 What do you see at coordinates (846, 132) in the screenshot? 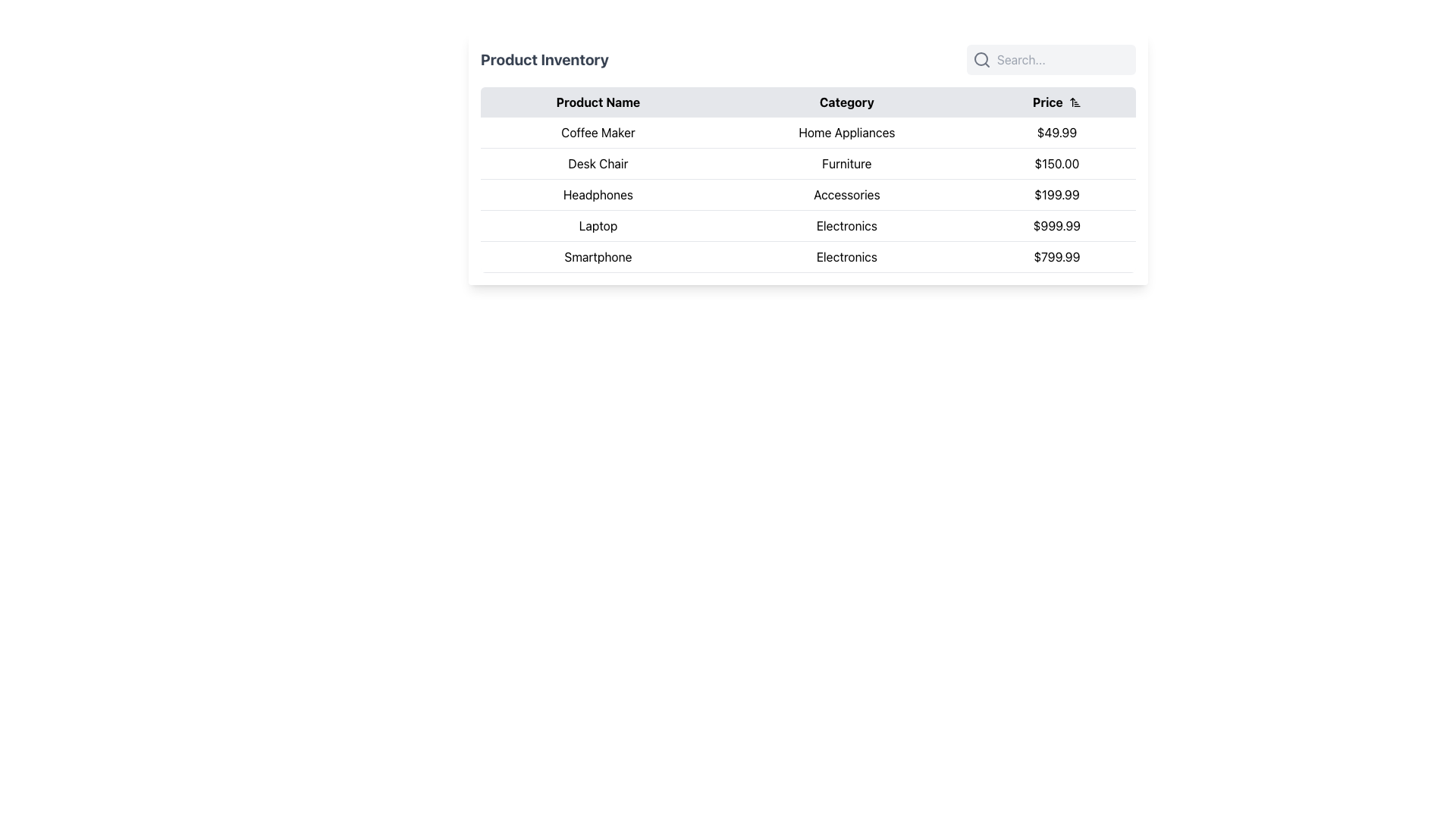
I see `the text label displaying the category 'Coffee Maker' in the table row, which is positioned between the product name and the price` at bounding box center [846, 132].